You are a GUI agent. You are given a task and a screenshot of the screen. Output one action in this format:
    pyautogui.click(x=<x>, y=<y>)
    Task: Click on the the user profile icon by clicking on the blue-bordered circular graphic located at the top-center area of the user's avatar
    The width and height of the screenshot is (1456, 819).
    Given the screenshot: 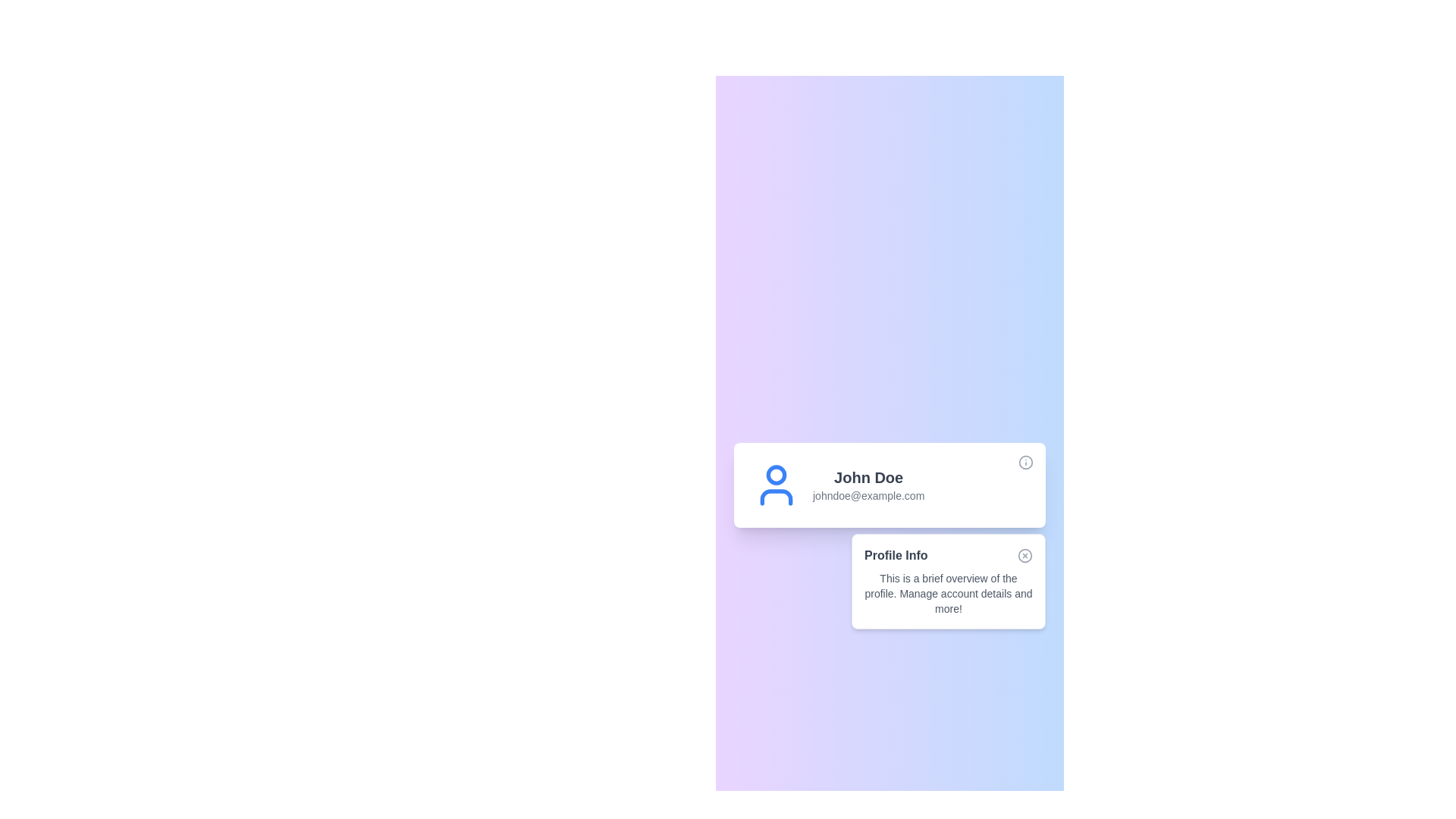 What is the action you would take?
    pyautogui.click(x=776, y=474)
    